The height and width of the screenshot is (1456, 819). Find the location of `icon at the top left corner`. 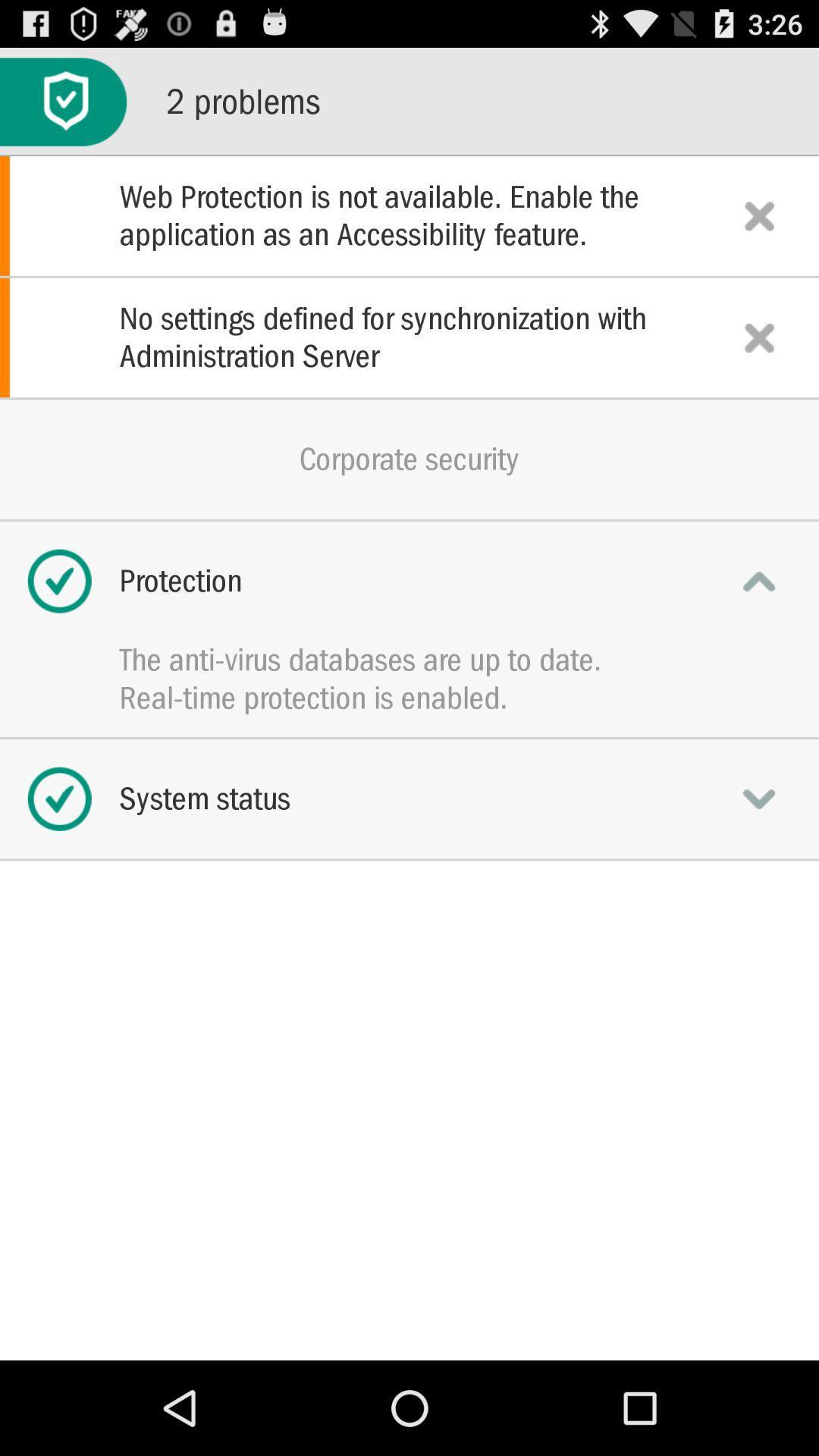

icon at the top left corner is located at coordinates (62, 101).